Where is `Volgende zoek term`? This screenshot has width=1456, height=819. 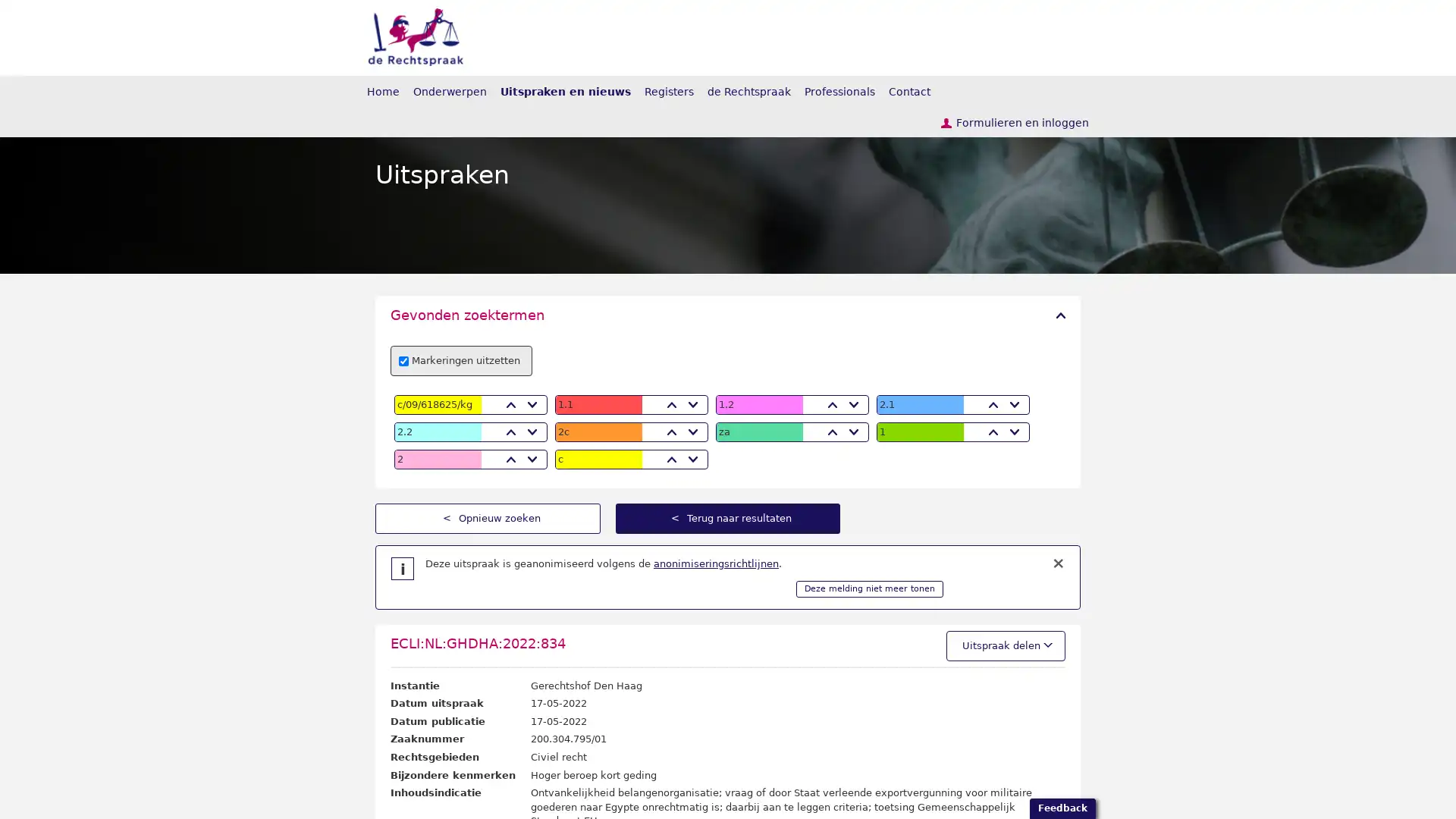 Volgende zoek term is located at coordinates (854, 431).